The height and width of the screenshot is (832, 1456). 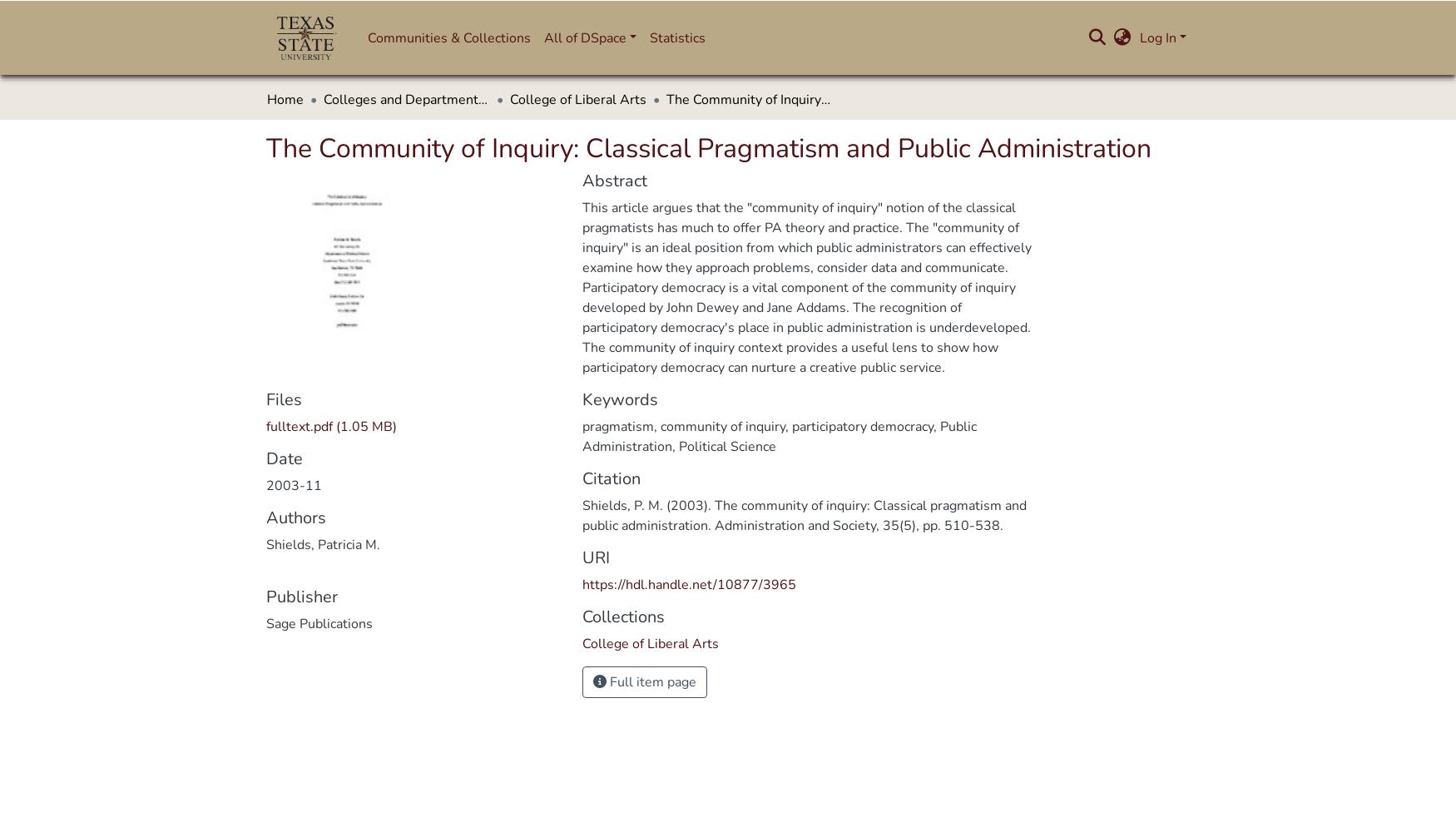 What do you see at coordinates (318, 624) in the screenshot?
I see `'Sage Publications'` at bounding box center [318, 624].